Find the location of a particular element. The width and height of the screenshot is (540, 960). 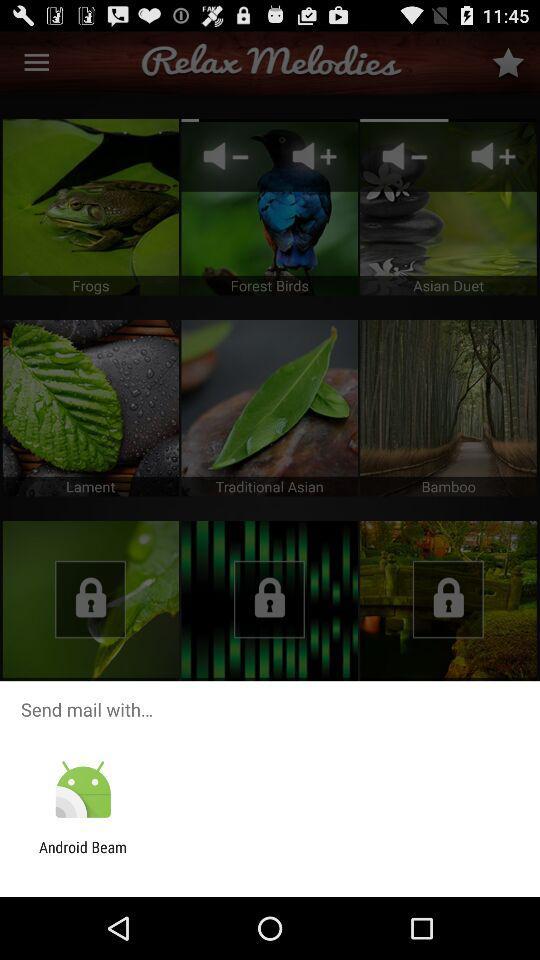

the android beam icon is located at coordinates (82, 855).